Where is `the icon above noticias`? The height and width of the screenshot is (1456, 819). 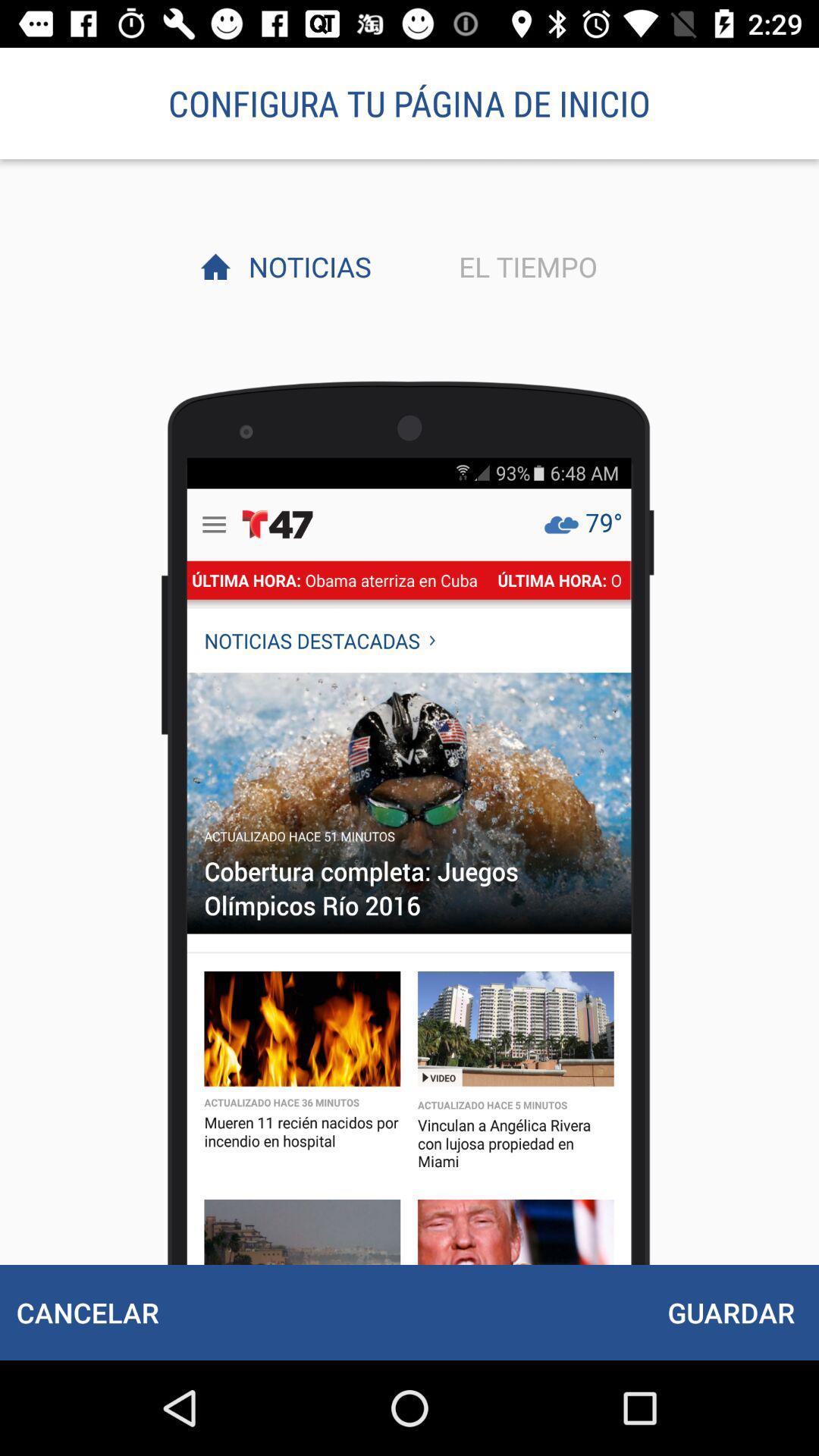 the icon above noticias is located at coordinates (409, 102).